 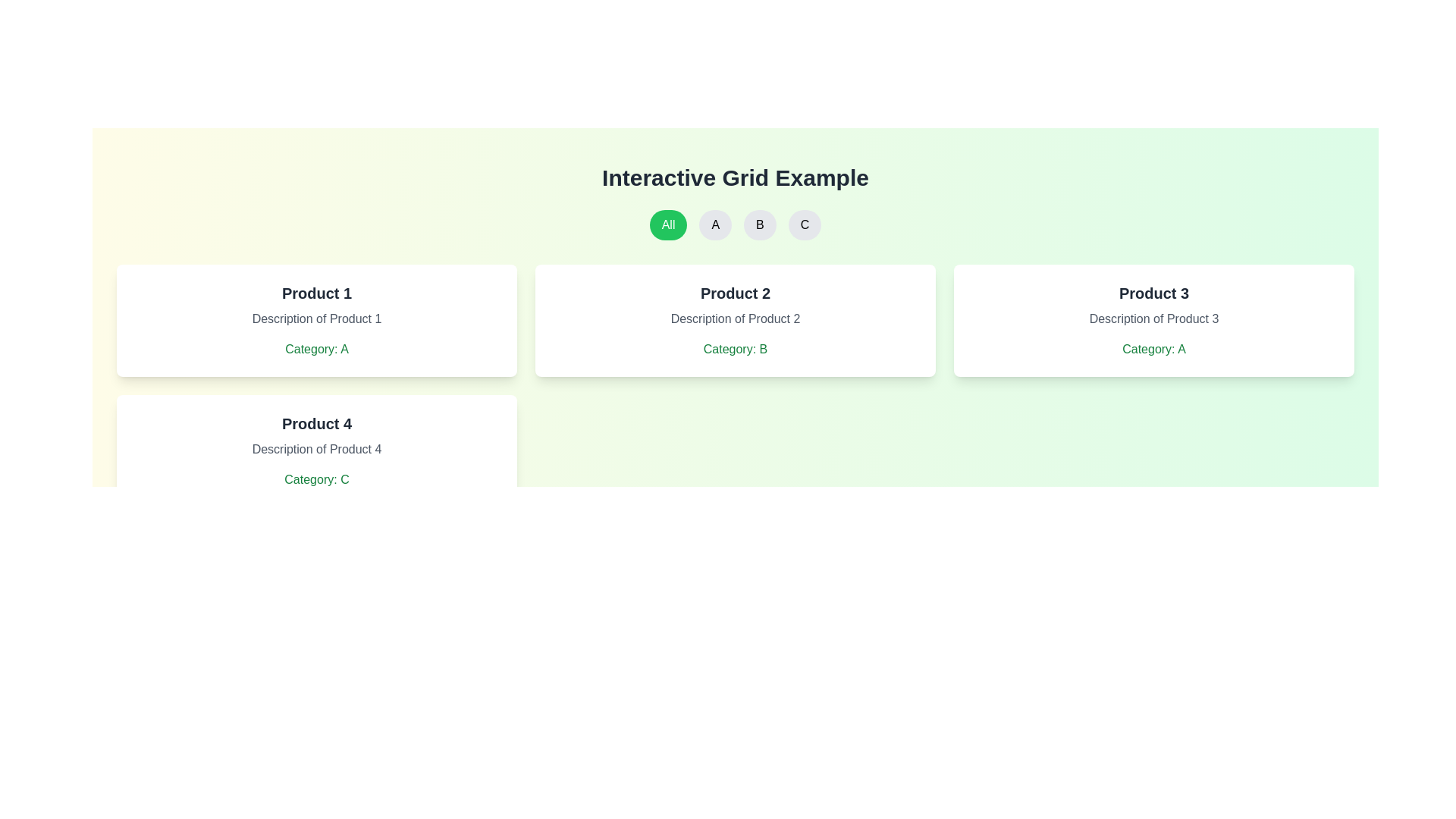 I want to click on the Text label that provides additional descriptive information about 'Product 1', located between the title 'Product 1' and the category label 'Category: A', so click(x=315, y=318).